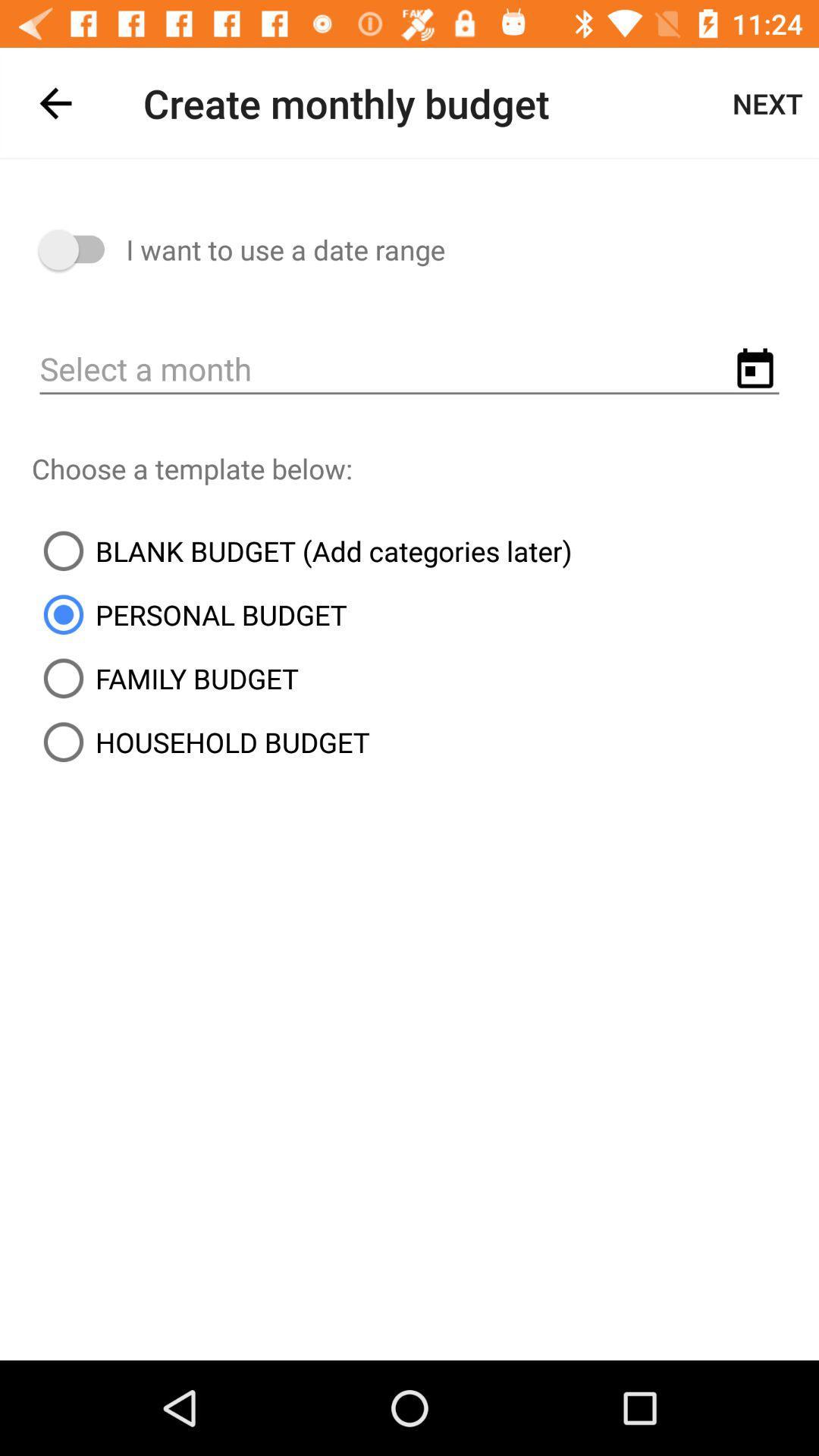 Image resolution: width=819 pixels, height=1456 pixels. Describe the element at coordinates (199, 742) in the screenshot. I see `the icon below family budget item` at that location.